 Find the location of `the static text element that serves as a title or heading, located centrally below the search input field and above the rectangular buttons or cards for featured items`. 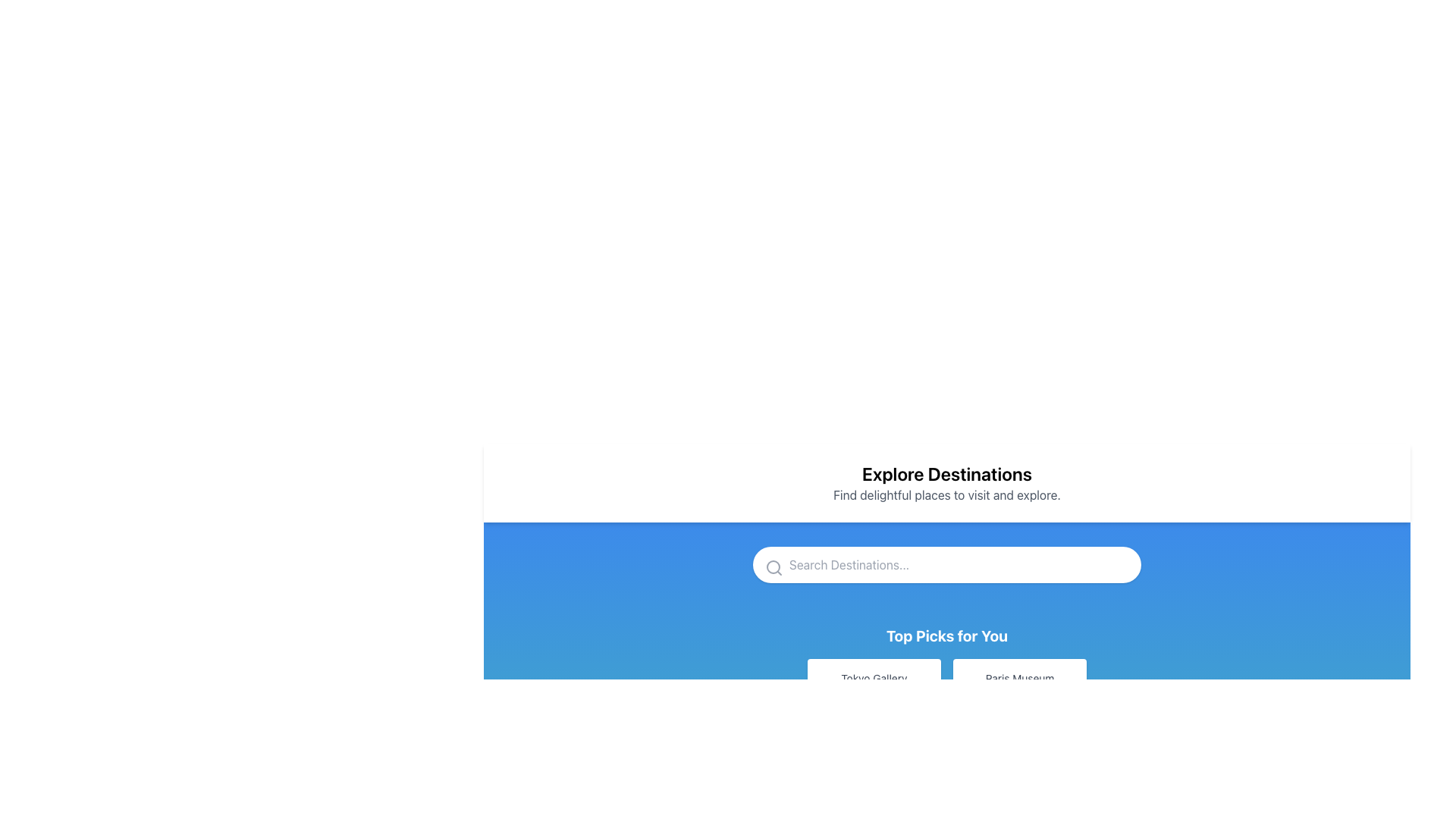

the static text element that serves as a title or heading, located centrally below the search input field and above the rectangular buttons or cards for featured items is located at coordinates (946, 636).